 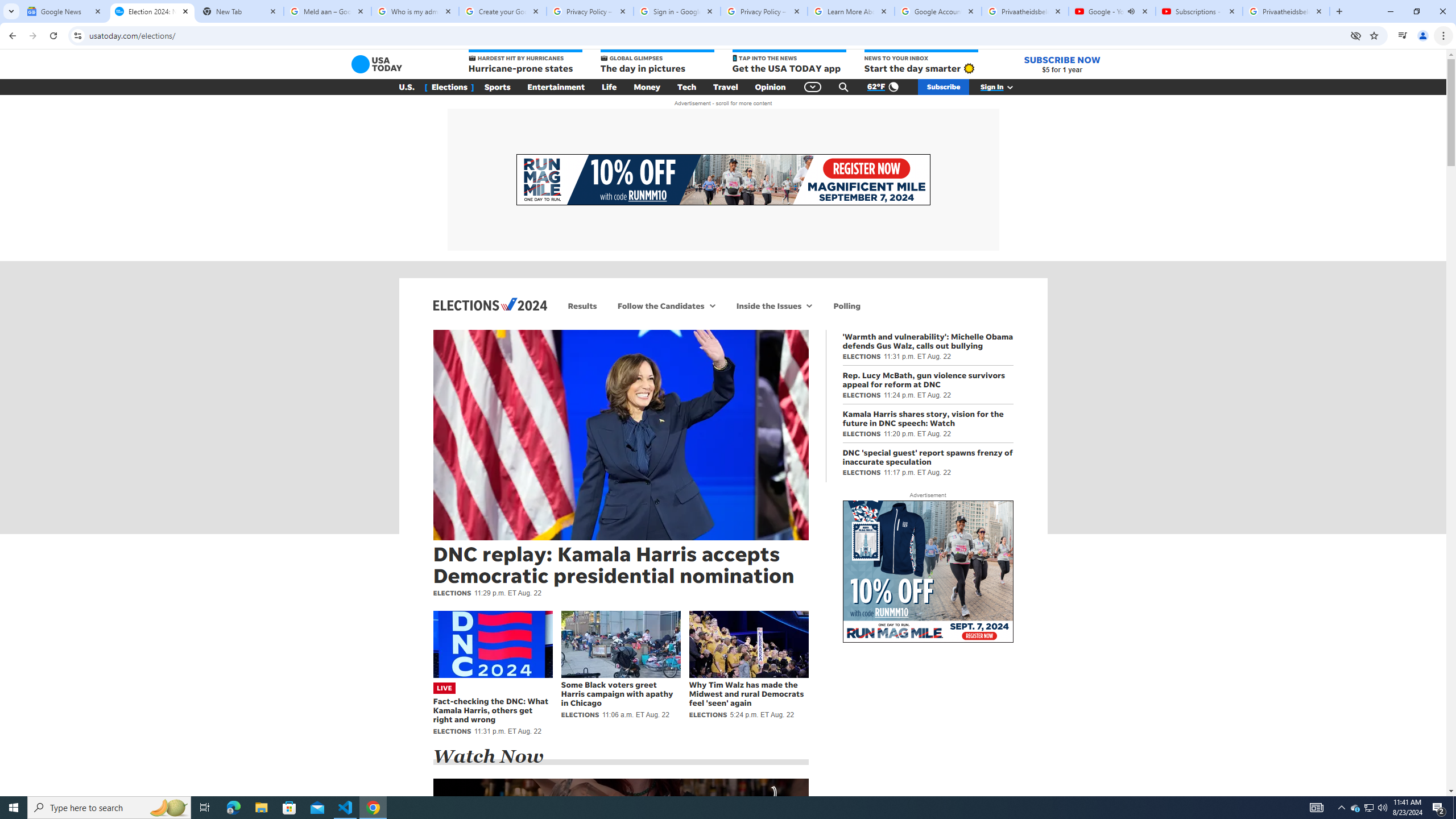 I want to click on 'More Inside the Issues navigation', so click(x=809, y=305).